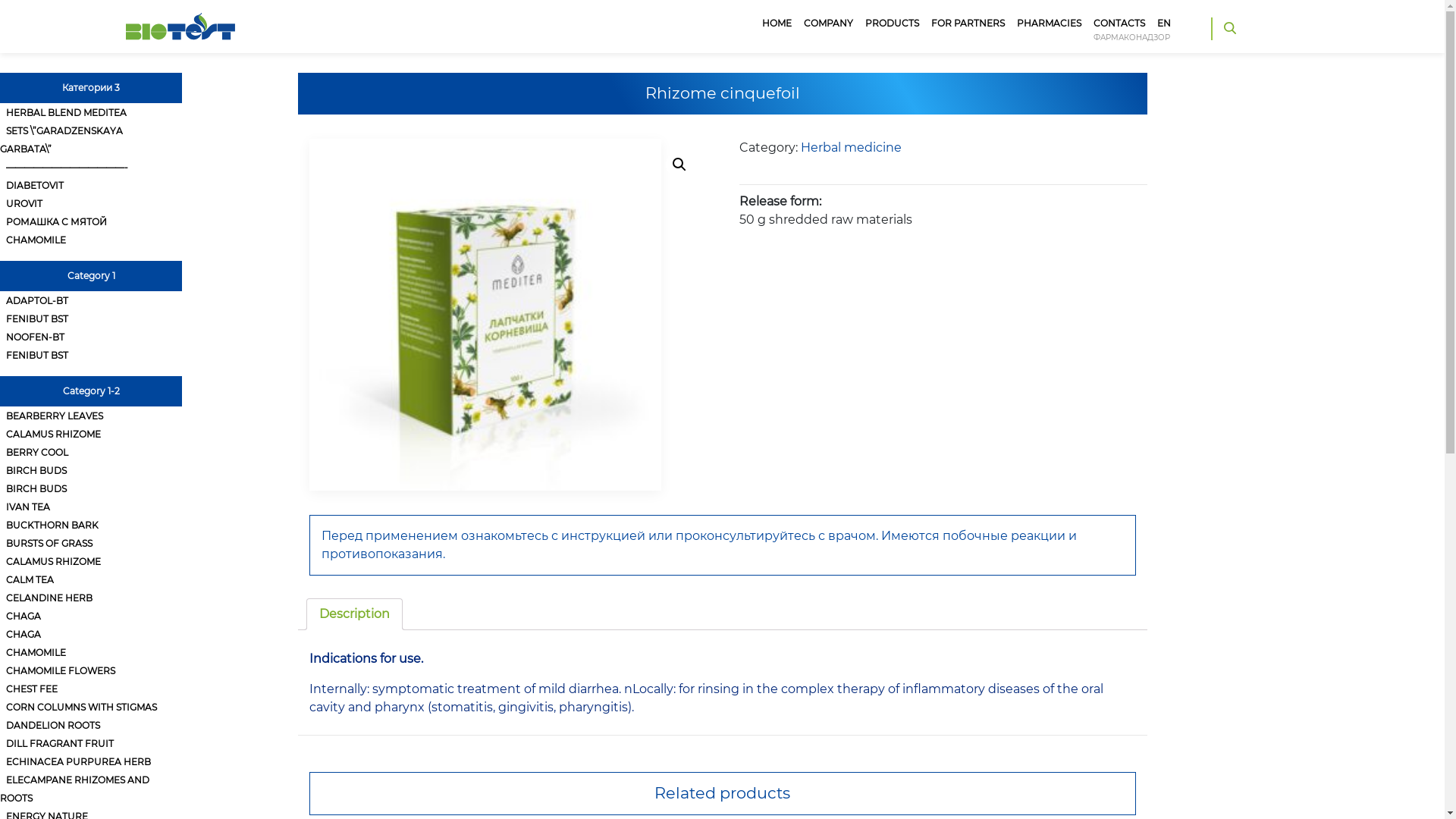  What do you see at coordinates (55, 416) in the screenshot?
I see `'BEARBERRY LEAVES'` at bounding box center [55, 416].